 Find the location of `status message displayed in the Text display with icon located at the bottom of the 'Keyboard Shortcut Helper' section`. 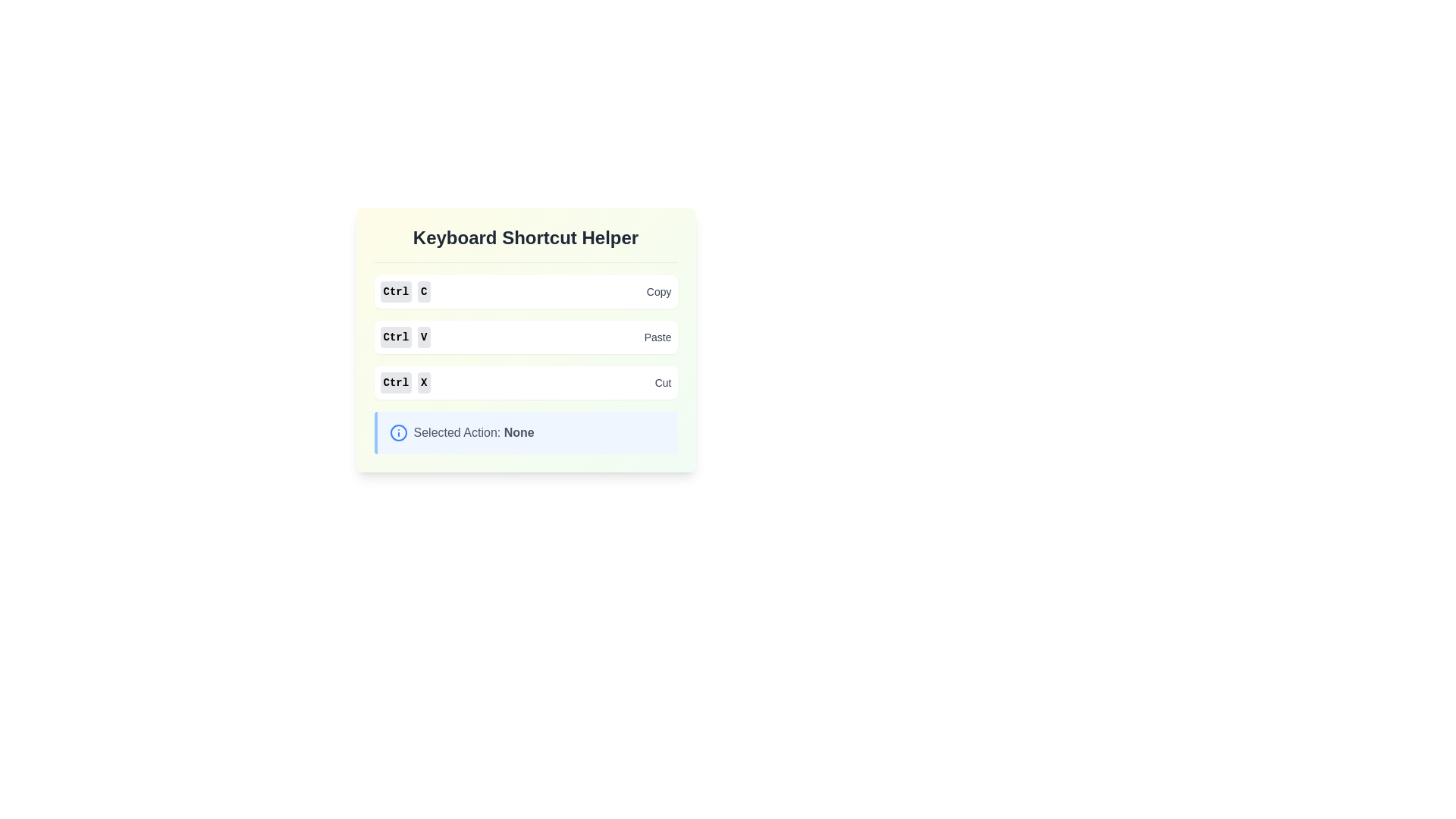

status message displayed in the Text display with icon located at the bottom of the 'Keyboard Shortcut Helper' section is located at coordinates (526, 432).